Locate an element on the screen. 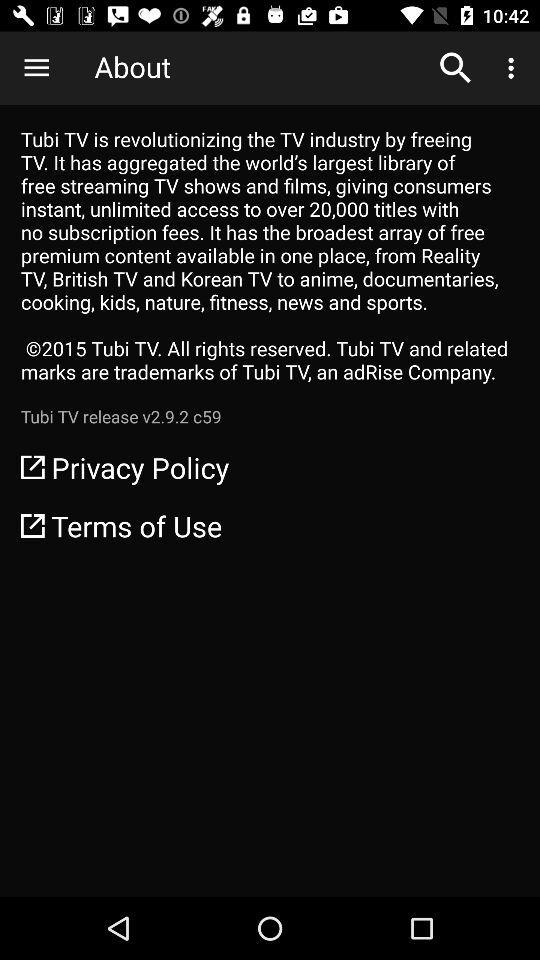 The height and width of the screenshot is (960, 540). icon above tubi tv is is located at coordinates (36, 68).